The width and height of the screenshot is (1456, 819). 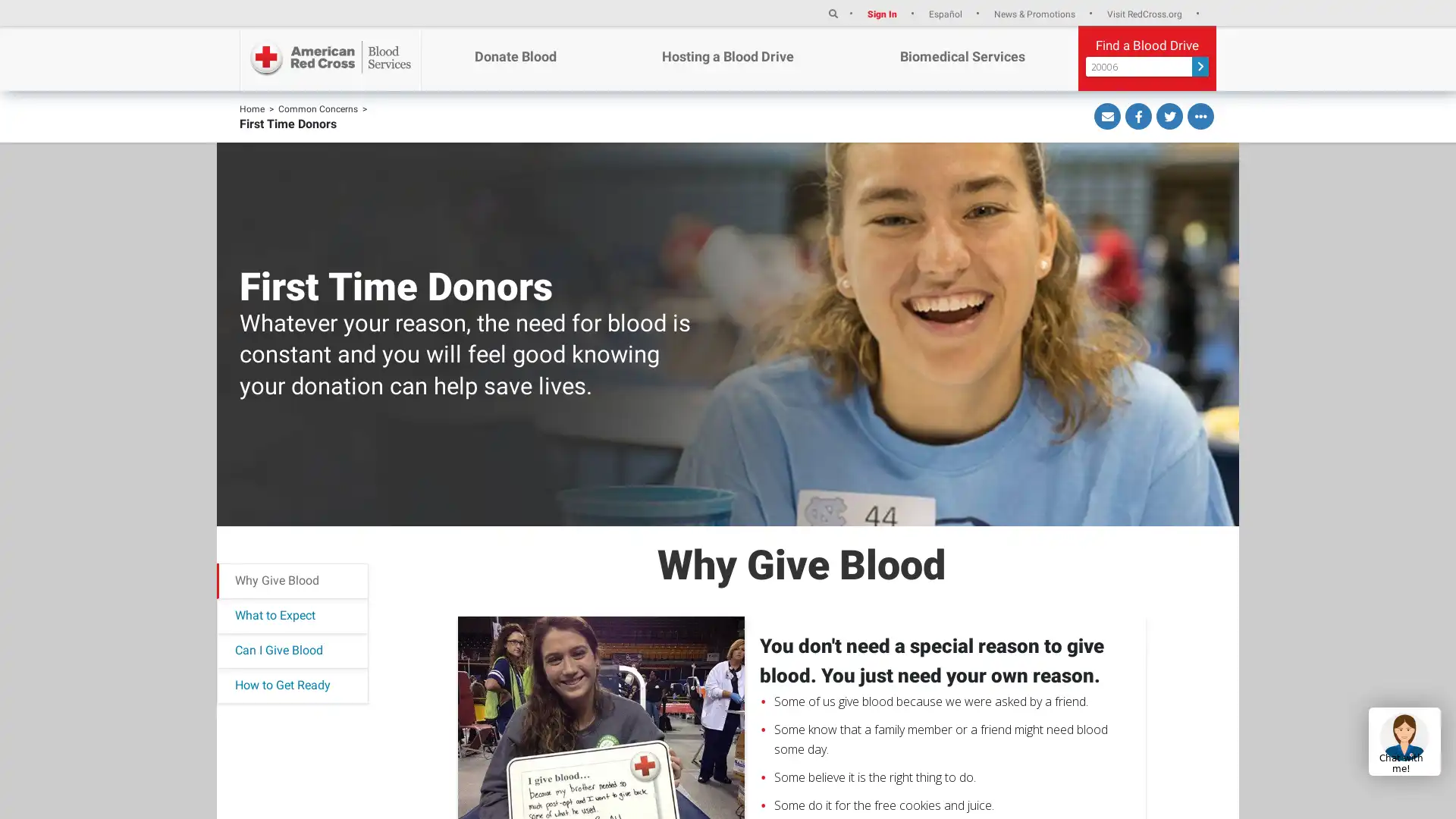 What do you see at coordinates (1200, 115) in the screenshot?
I see `Toggle other share options` at bounding box center [1200, 115].